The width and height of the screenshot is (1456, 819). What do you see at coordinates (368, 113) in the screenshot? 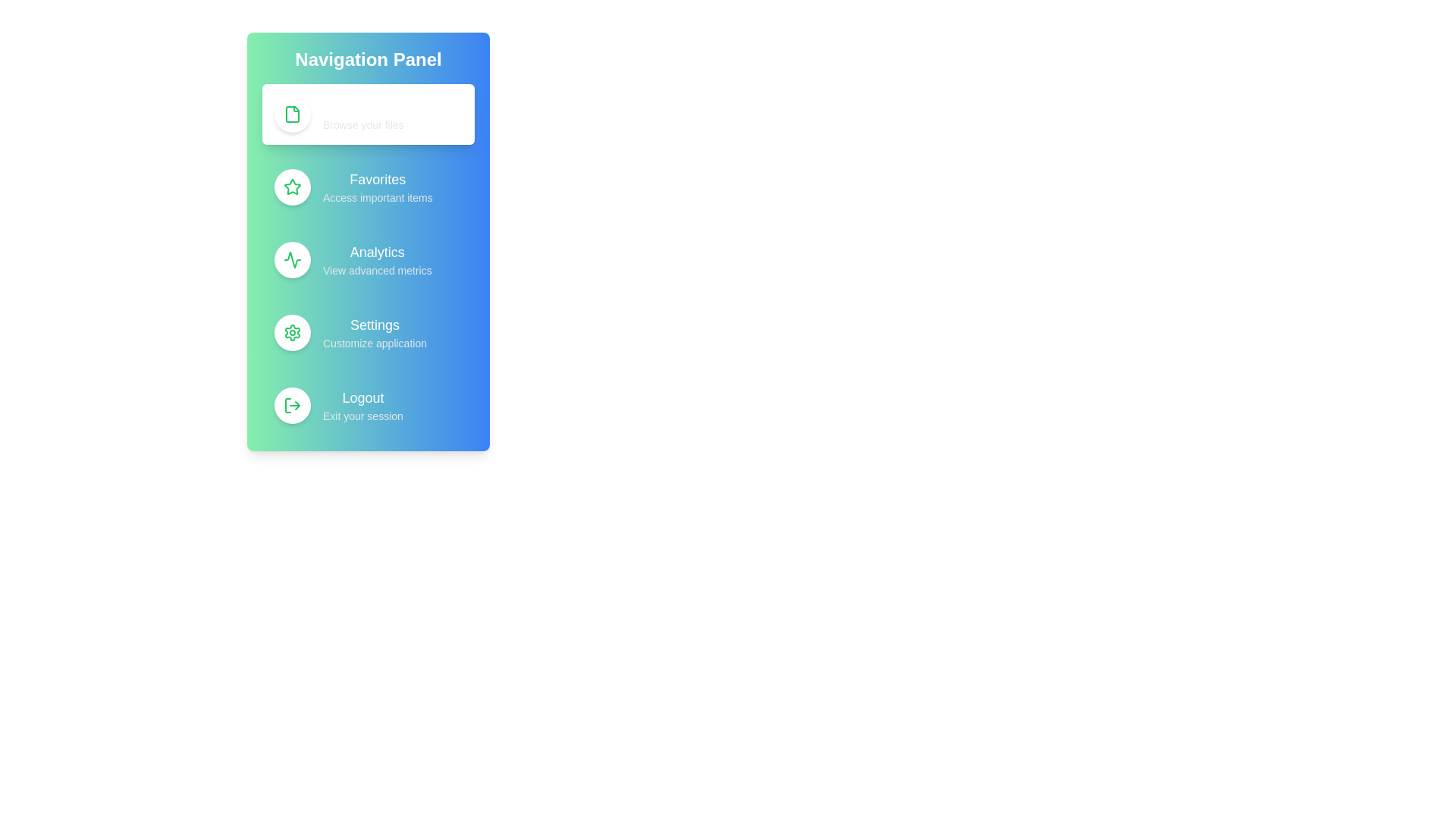
I see `the menu item 'Documents' to observe visual feedback` at bounding box center [368, 113].